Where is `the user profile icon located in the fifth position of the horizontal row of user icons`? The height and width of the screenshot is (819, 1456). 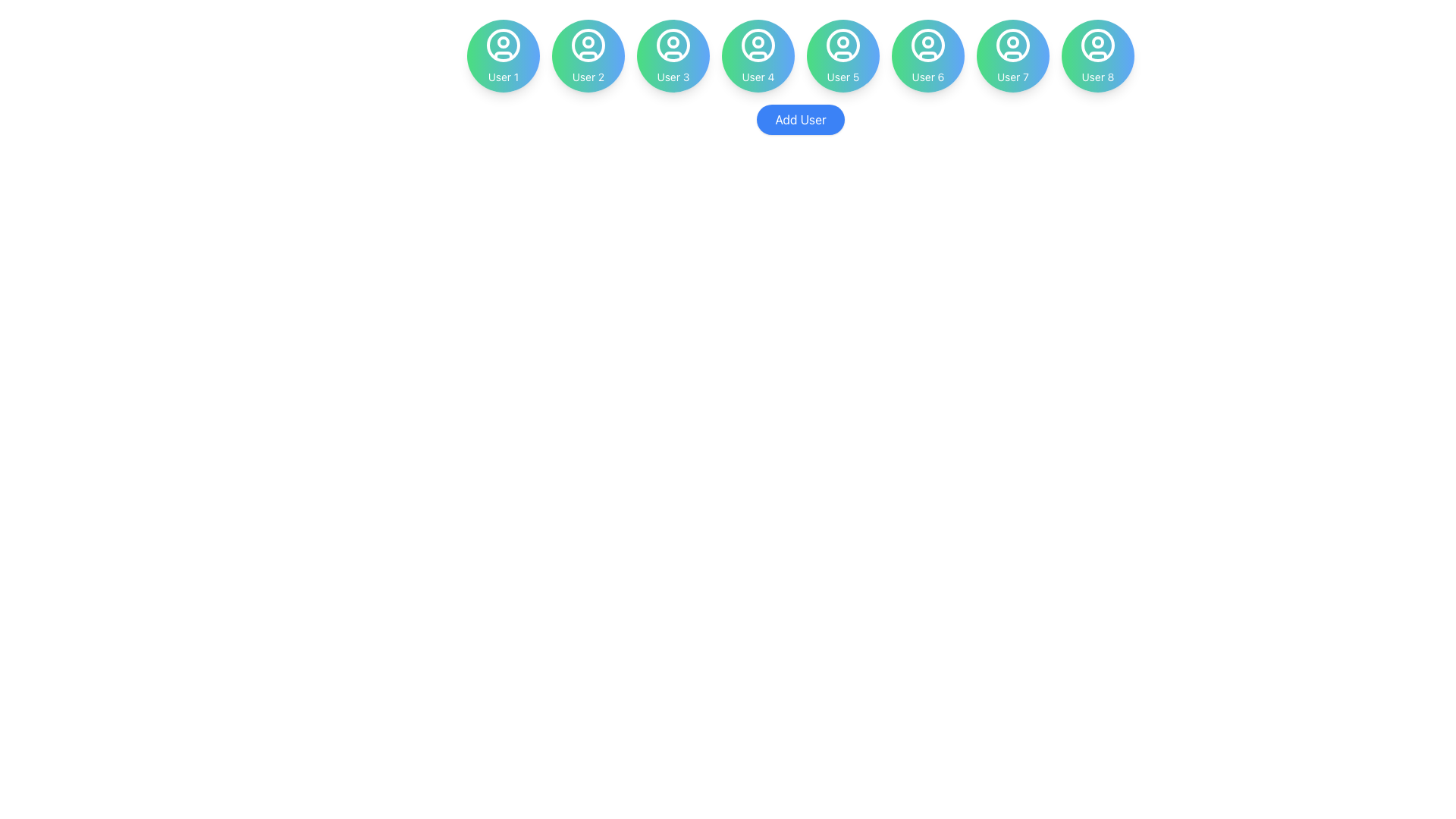
the user profile icon located in the fifth position of the horizontal row of user icons is located at coordinates (843, 45).